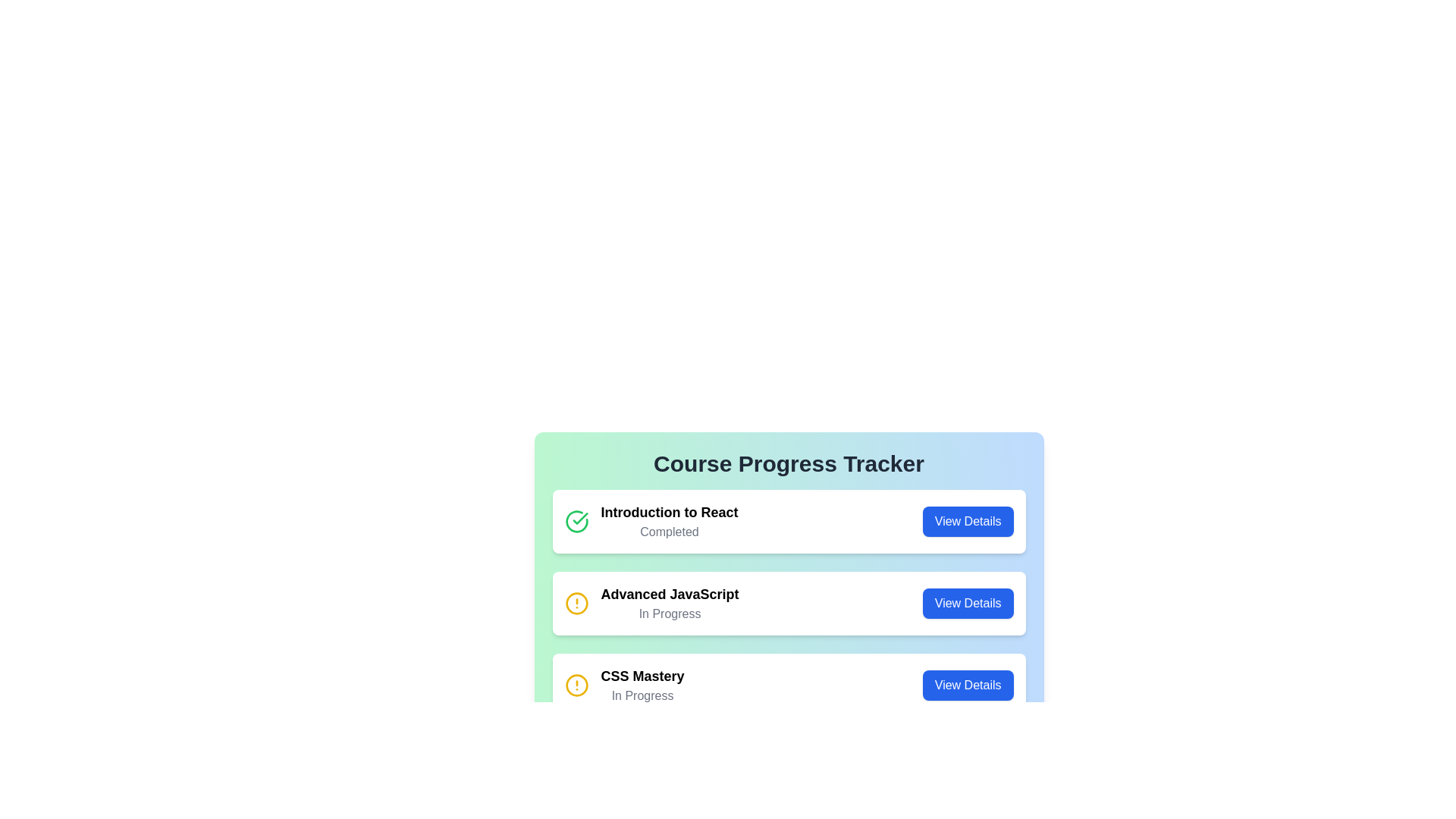 Image resolution: width=1456 pixels, height=819 pixels. Describe the element at coordinates (624, 685) in the screenshot. I see `text in the informational section displaying 'CSS Mastery' and 'In Progress', which is identified by the yellow alert icon on the left` at that location.